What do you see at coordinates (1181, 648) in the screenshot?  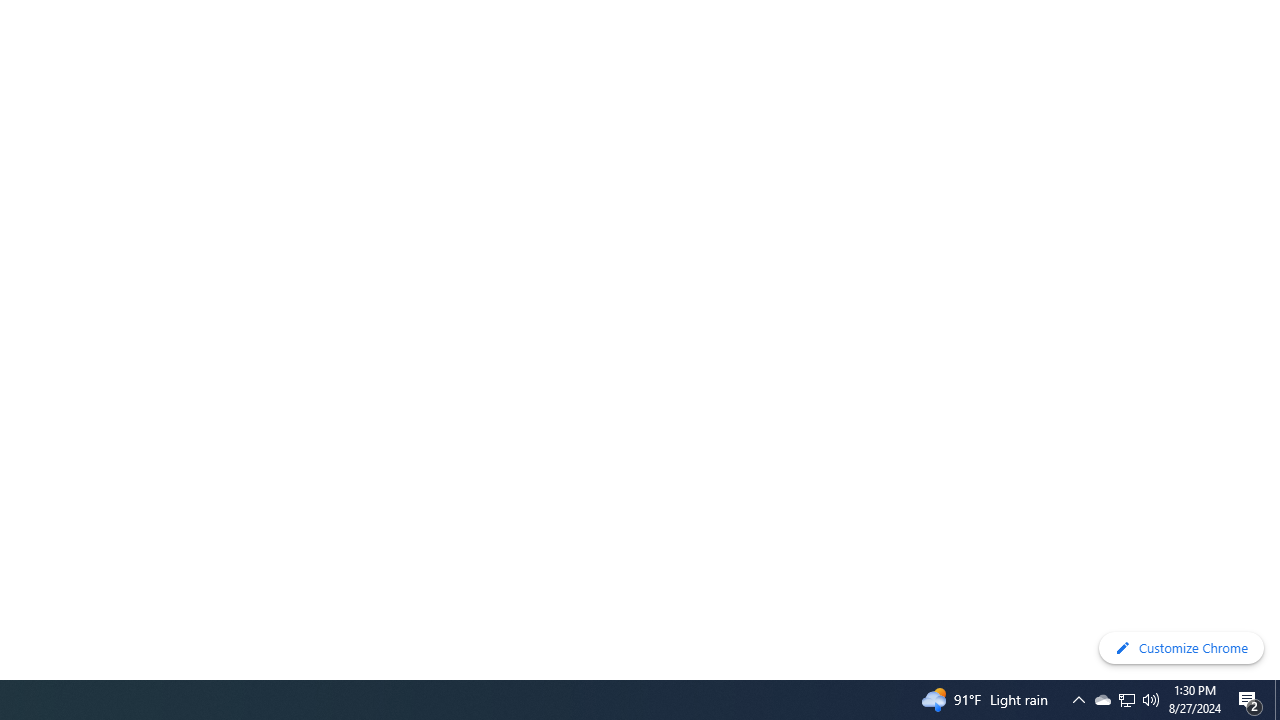 I see `'Customize Chrome'` at bounding box center [1181, 648].